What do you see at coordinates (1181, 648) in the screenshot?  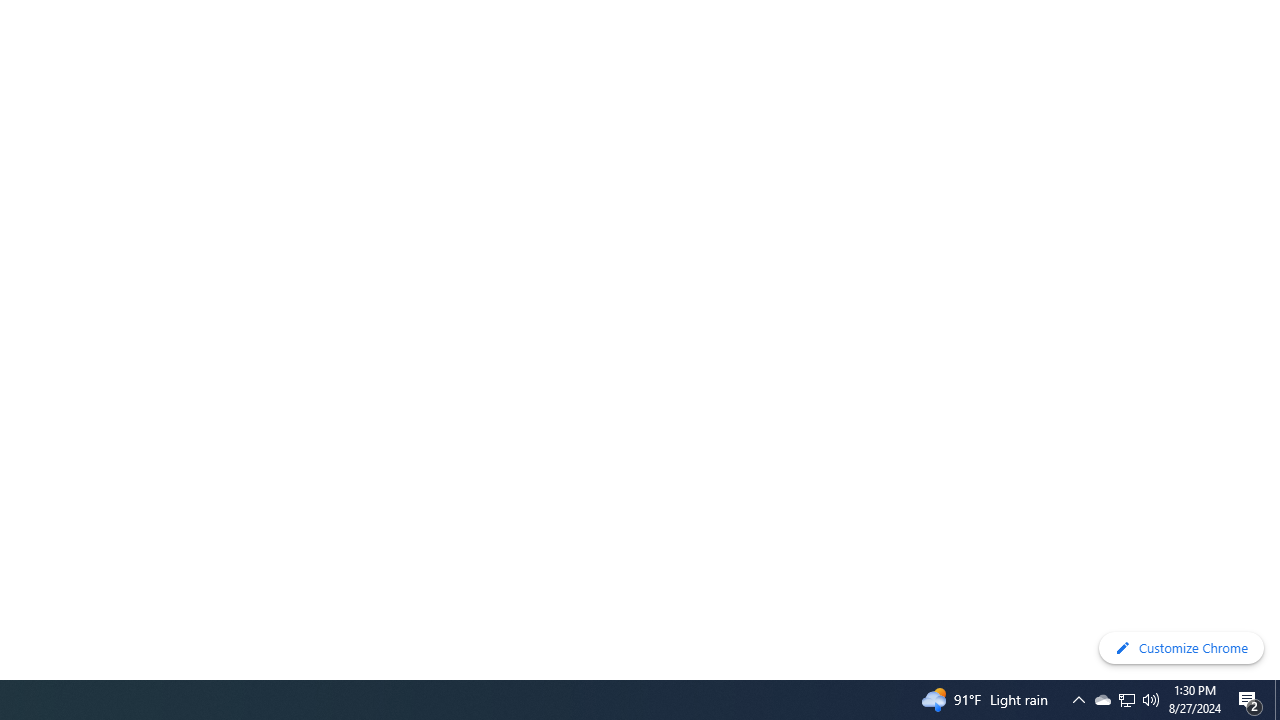 I see `'Customize Chrome'` at bounding box center [1181, 648].